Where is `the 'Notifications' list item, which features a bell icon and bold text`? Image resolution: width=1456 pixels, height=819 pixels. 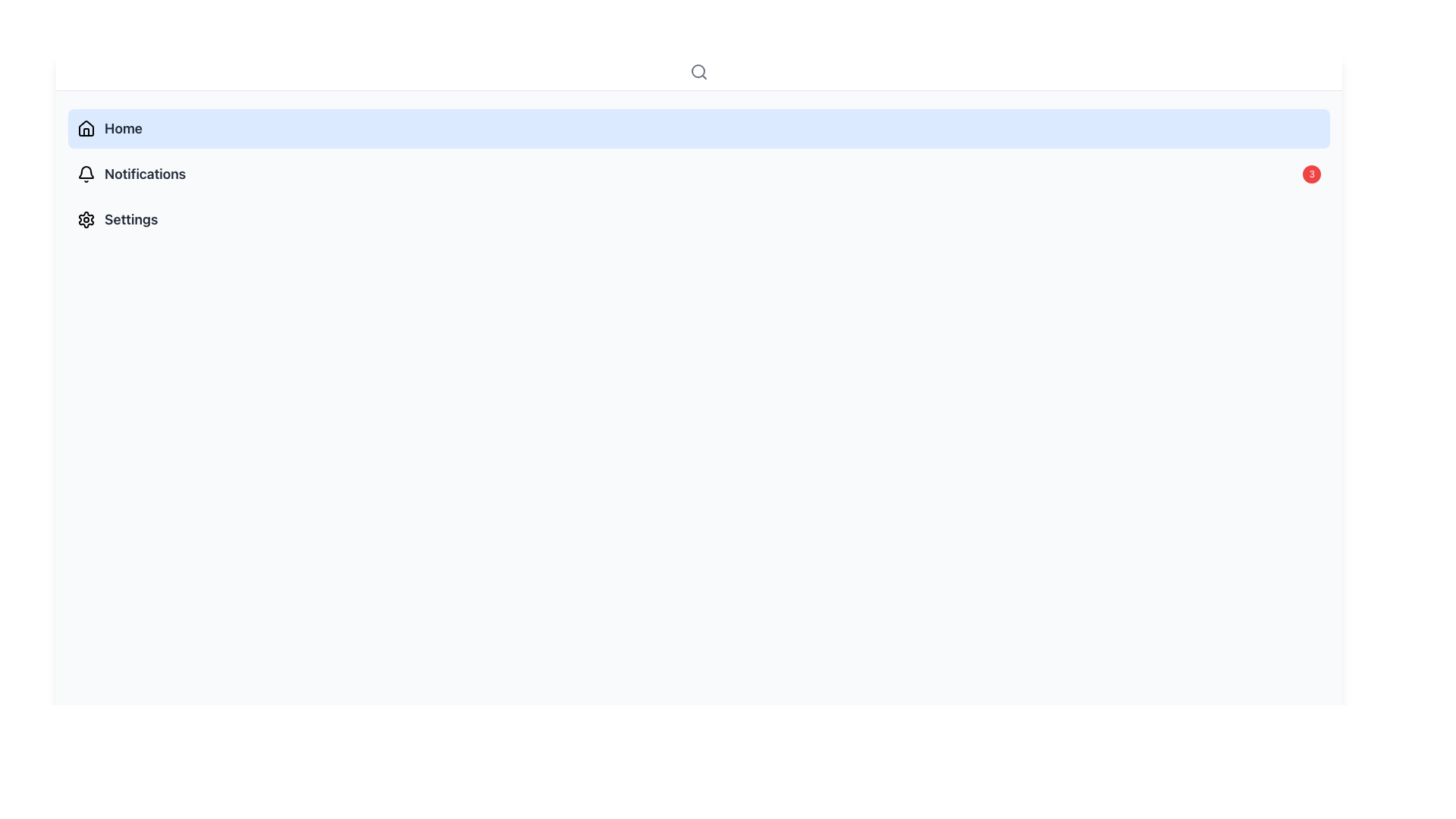
the 'Notifications' list item, which features a bell icon and bold text is located at coordinates (131, 174).